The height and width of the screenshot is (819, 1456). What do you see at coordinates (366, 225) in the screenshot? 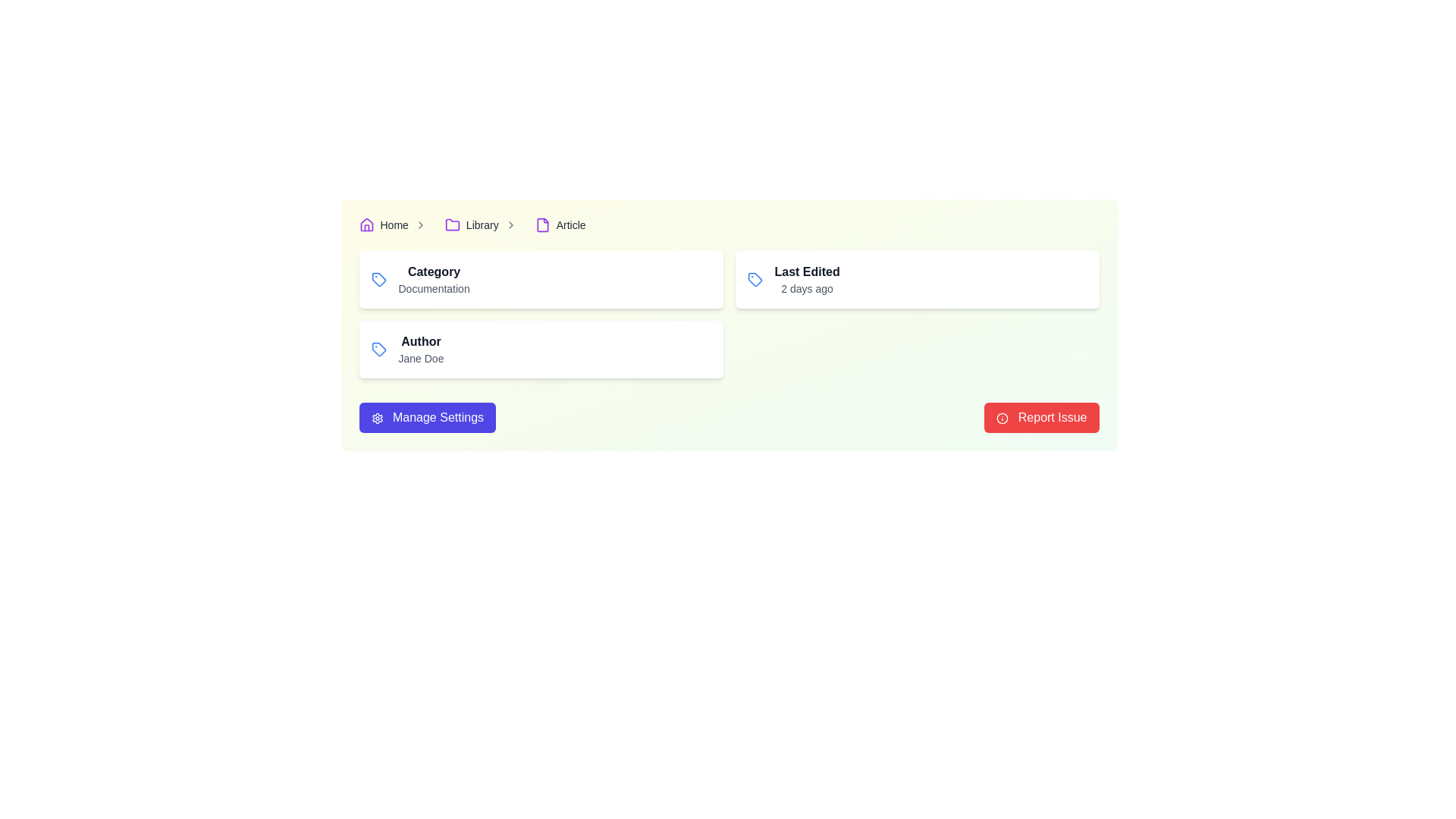
I see `the home icon` at bounding box center [366, 225].